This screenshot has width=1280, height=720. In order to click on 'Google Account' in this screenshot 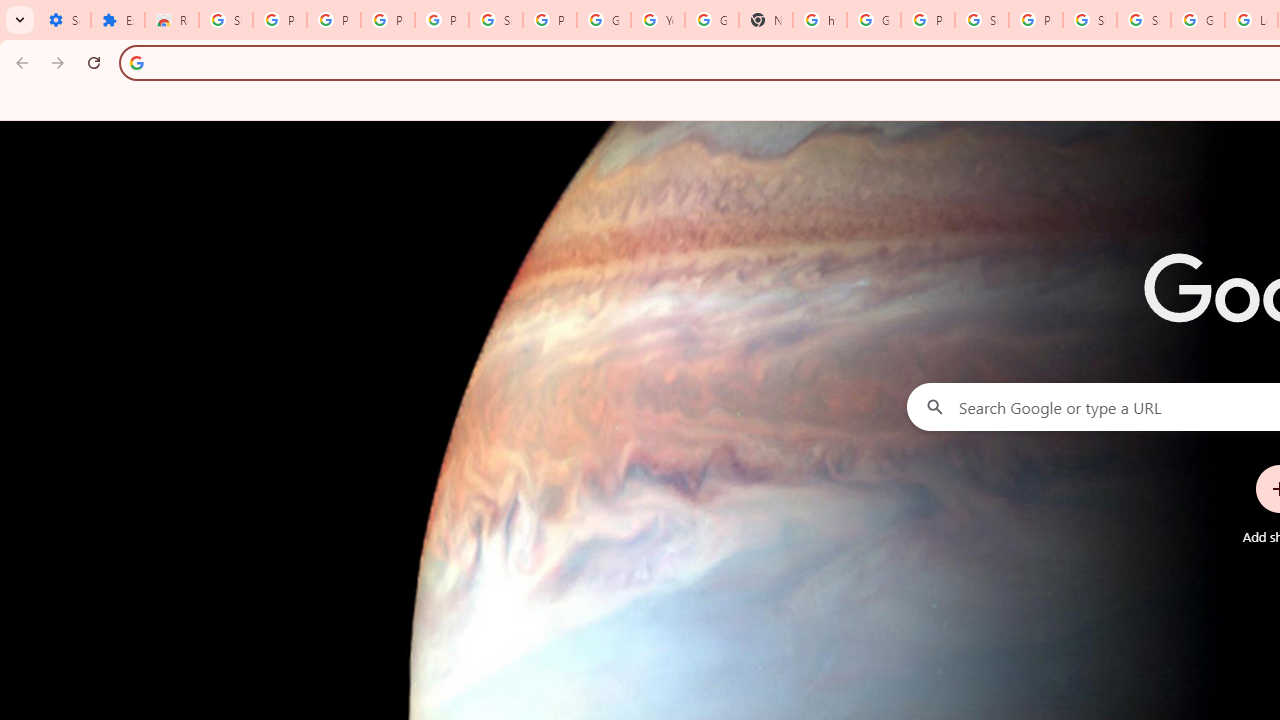, I will do `click(603, 20)`.